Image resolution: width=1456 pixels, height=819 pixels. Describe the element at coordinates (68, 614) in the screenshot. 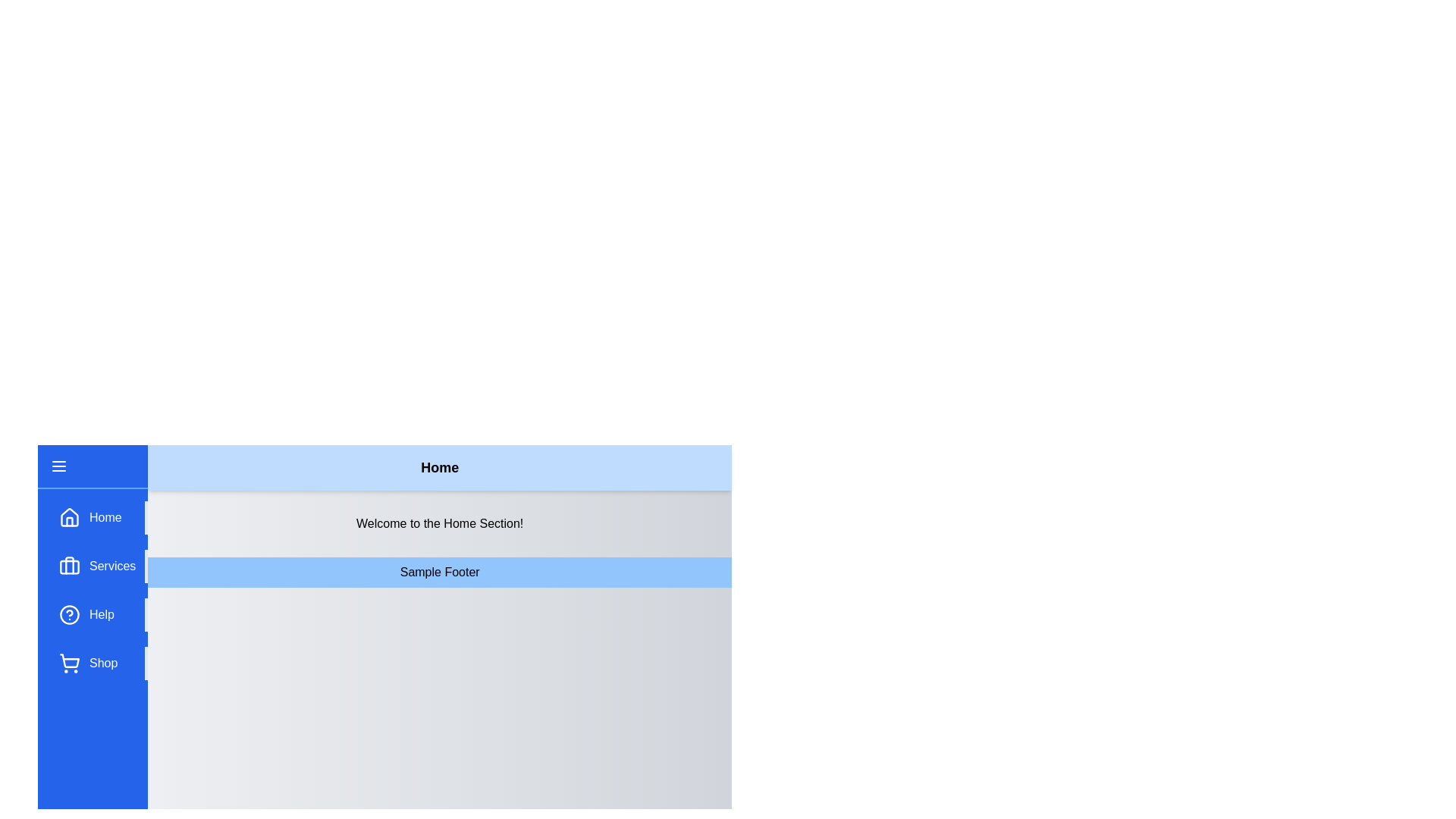

I see `the outermost circle of the 'Help' icon located` at that location.